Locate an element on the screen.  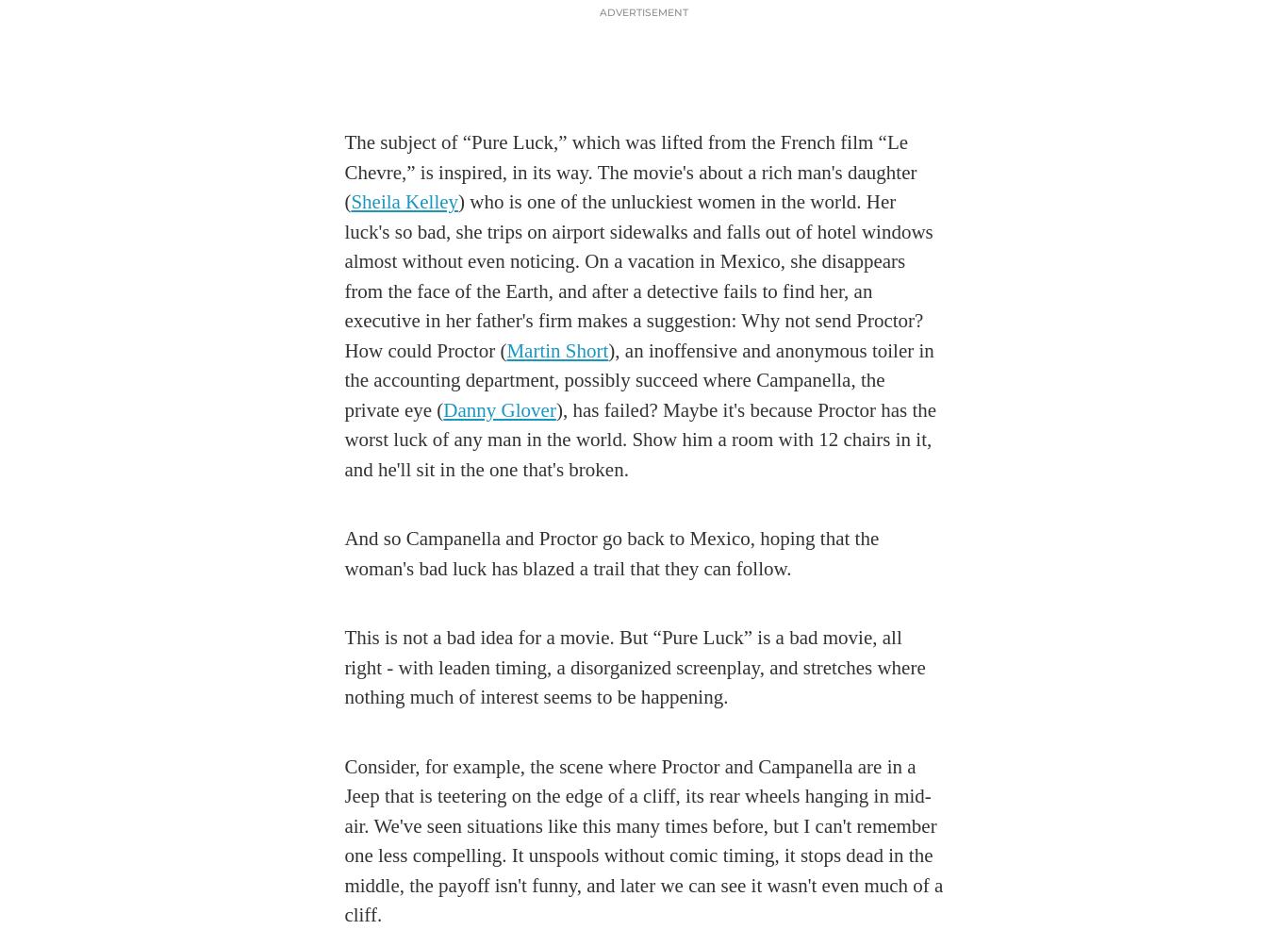
'This is not a bad idea for a movie. But “Pure Luck” is a bad movie, all right - with leaden timing, a disorganized screenplay, and stretches where nothing much of interest seems to be happening.' is located at coordinates (342, 666).